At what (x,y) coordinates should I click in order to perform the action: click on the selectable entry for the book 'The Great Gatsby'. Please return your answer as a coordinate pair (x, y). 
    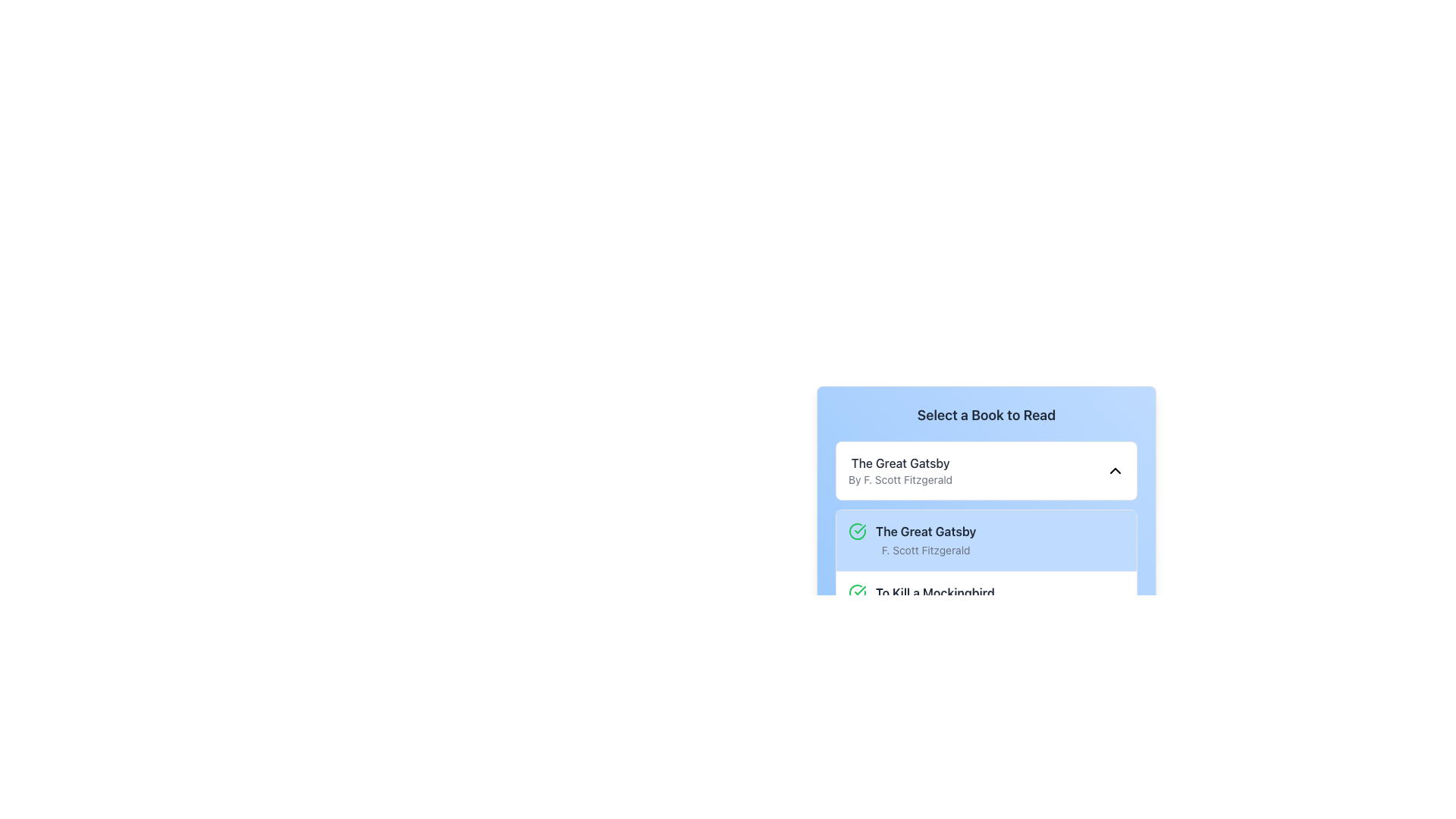
    Looking at the image, I should click on (925, 540).